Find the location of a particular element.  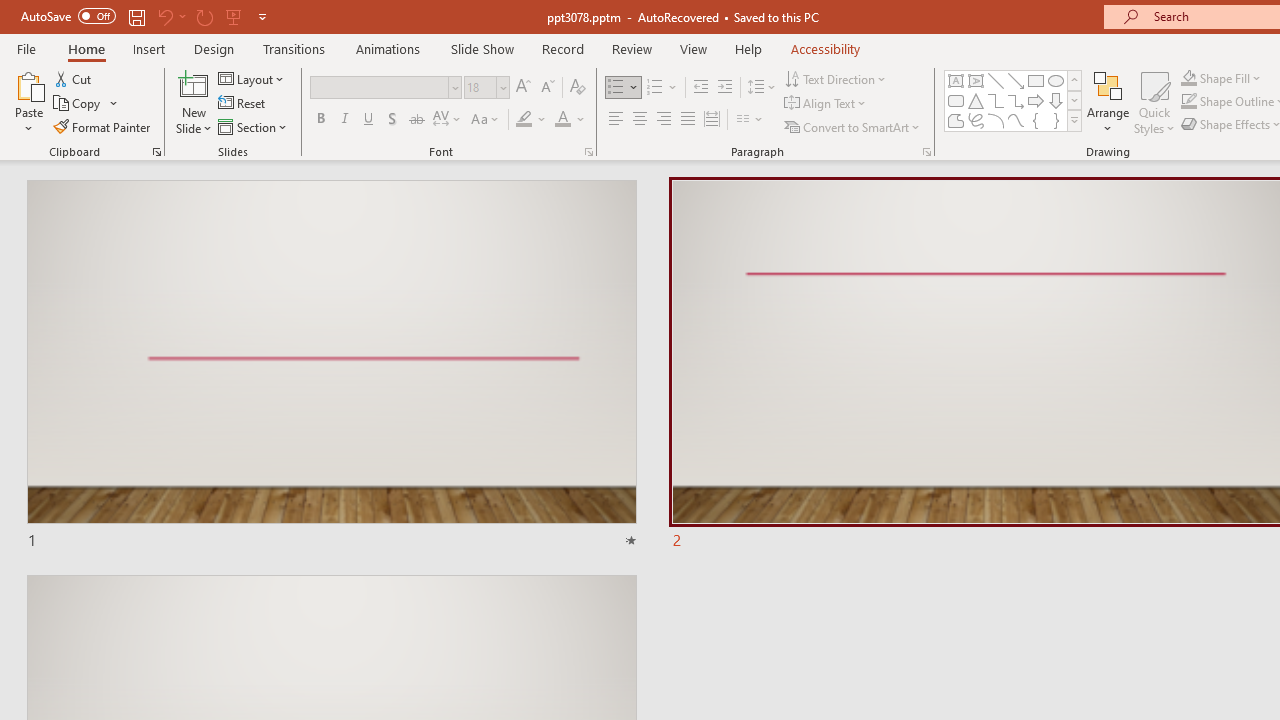

'File Tab' is located at coordinates (26, 47).